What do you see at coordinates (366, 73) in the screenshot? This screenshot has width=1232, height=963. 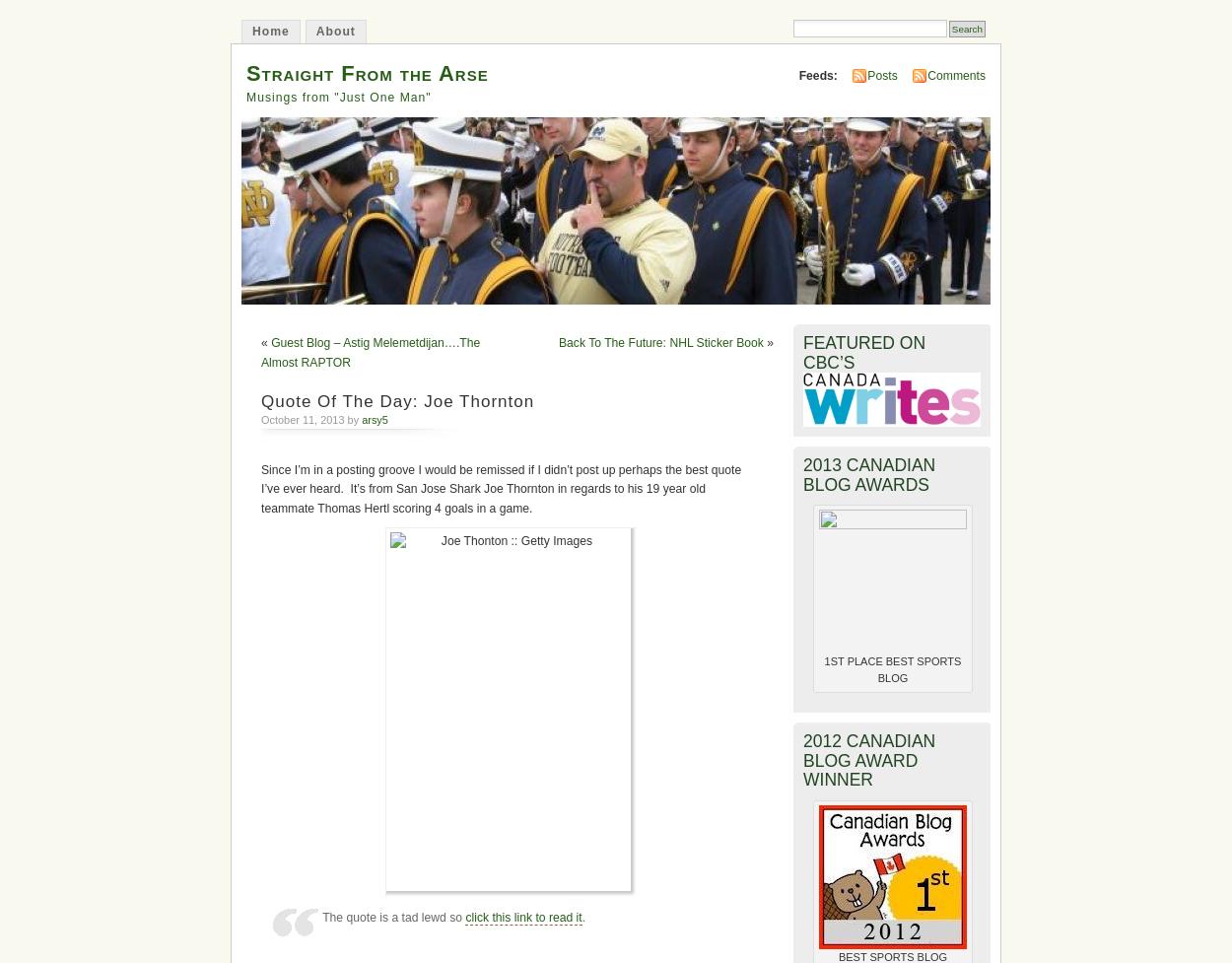 I see `'Straight From the Arse'` at bounding box center [366, 73].